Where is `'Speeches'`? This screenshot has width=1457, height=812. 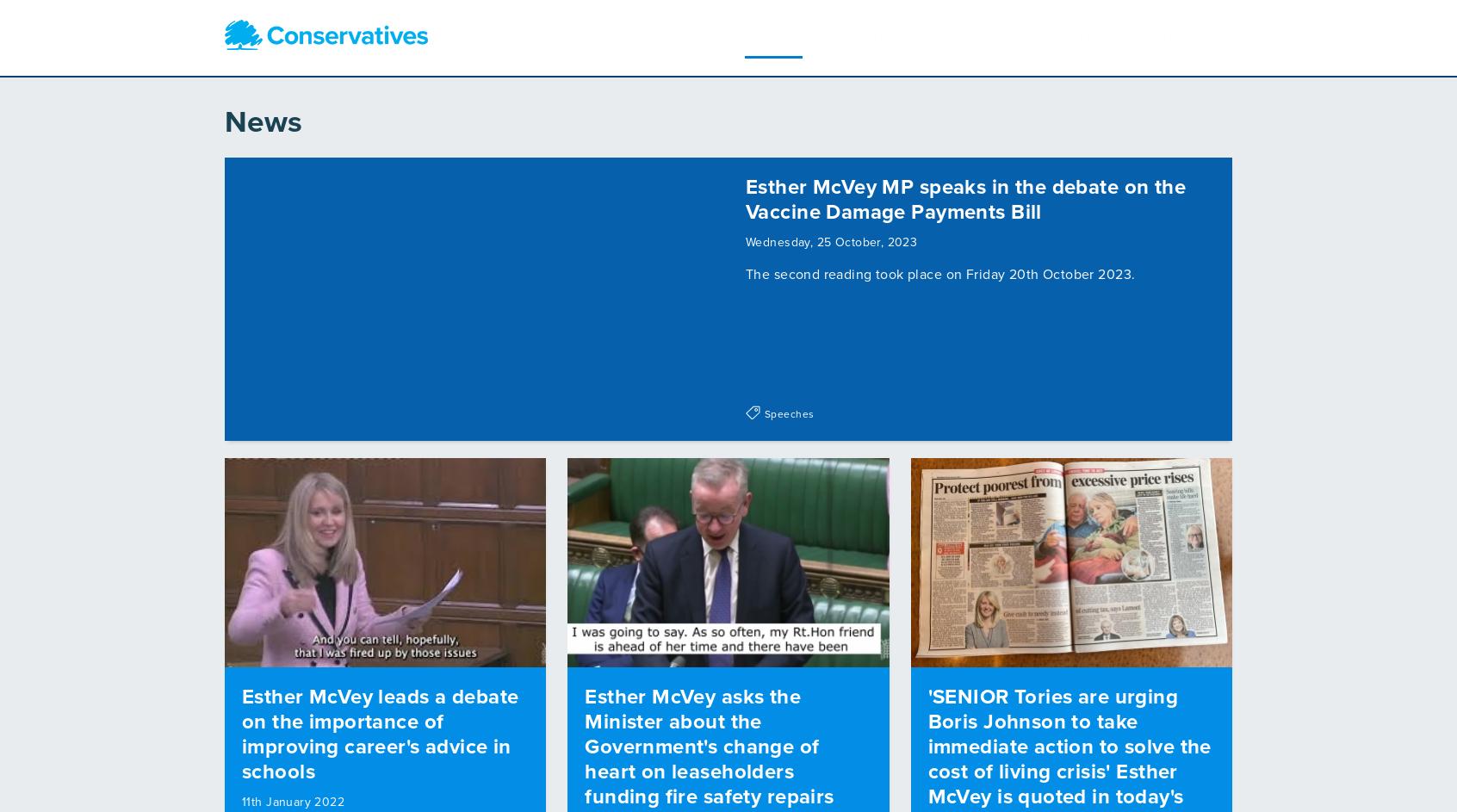 'Speeches' is located at coordinates (788, 407).